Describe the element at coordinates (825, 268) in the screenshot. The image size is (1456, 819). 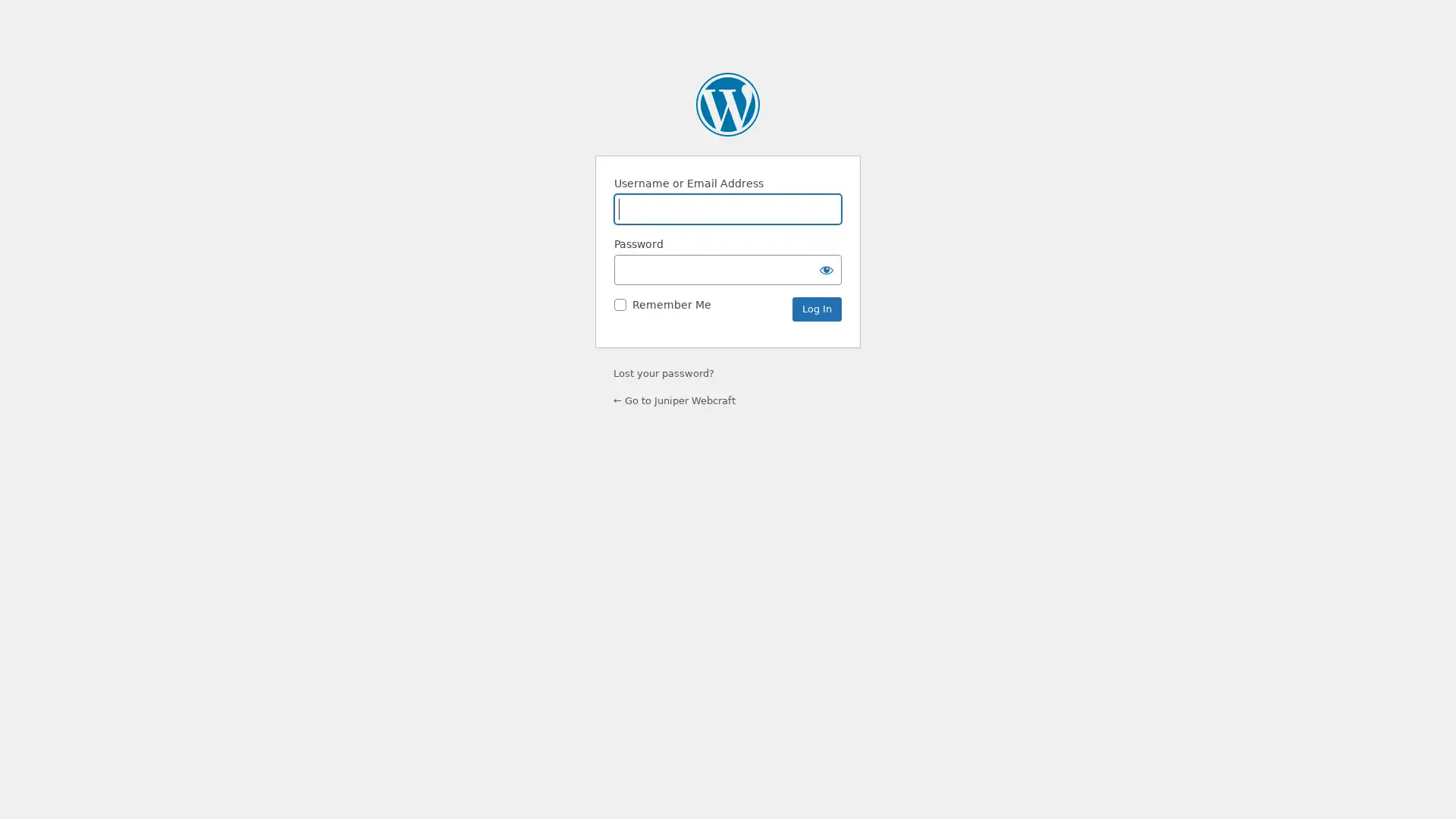
I see `Show password` at that location.